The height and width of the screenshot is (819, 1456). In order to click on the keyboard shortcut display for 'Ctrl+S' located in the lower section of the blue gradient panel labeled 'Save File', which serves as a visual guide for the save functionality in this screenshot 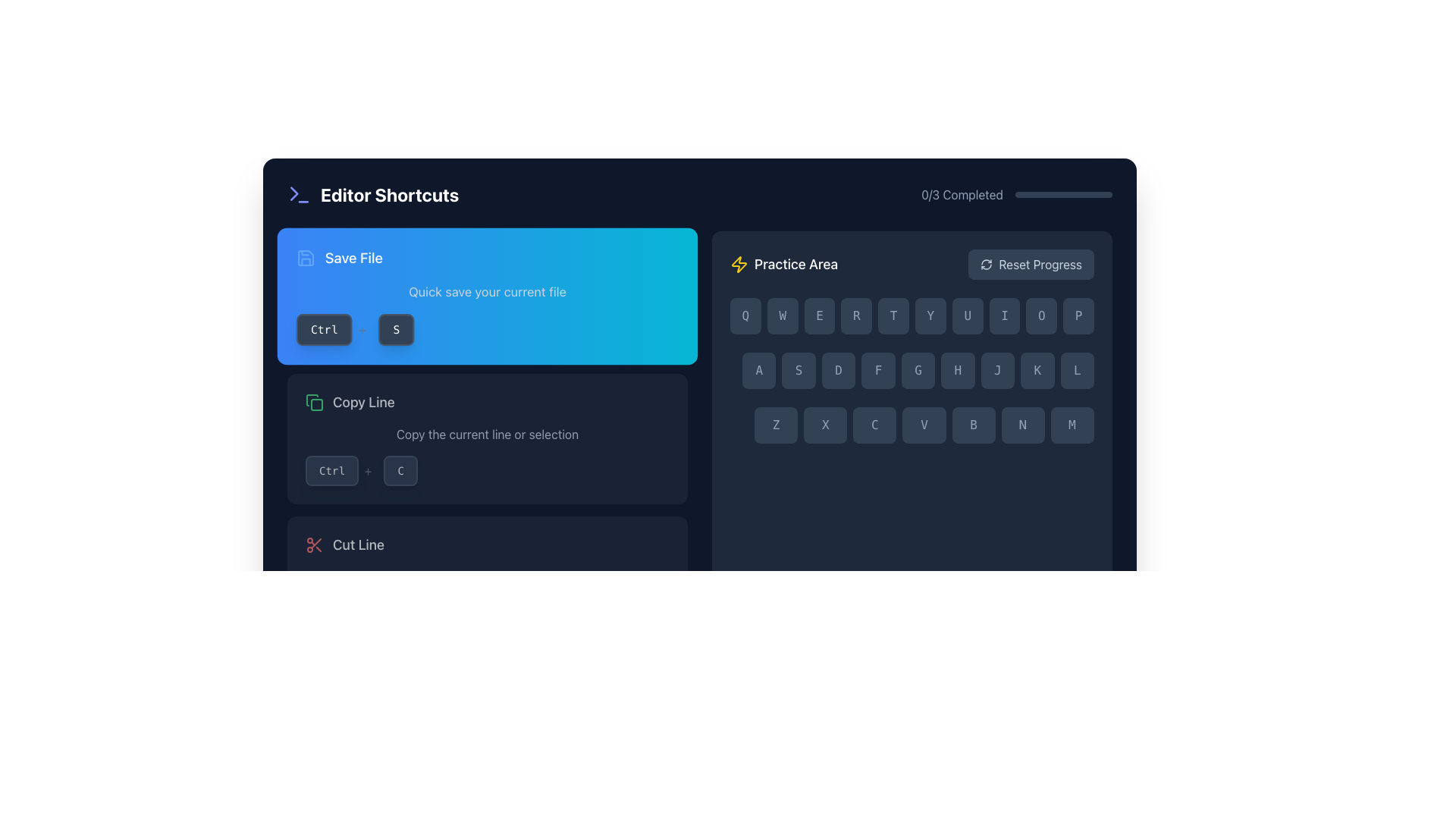, I will do `click(488, 329)`.